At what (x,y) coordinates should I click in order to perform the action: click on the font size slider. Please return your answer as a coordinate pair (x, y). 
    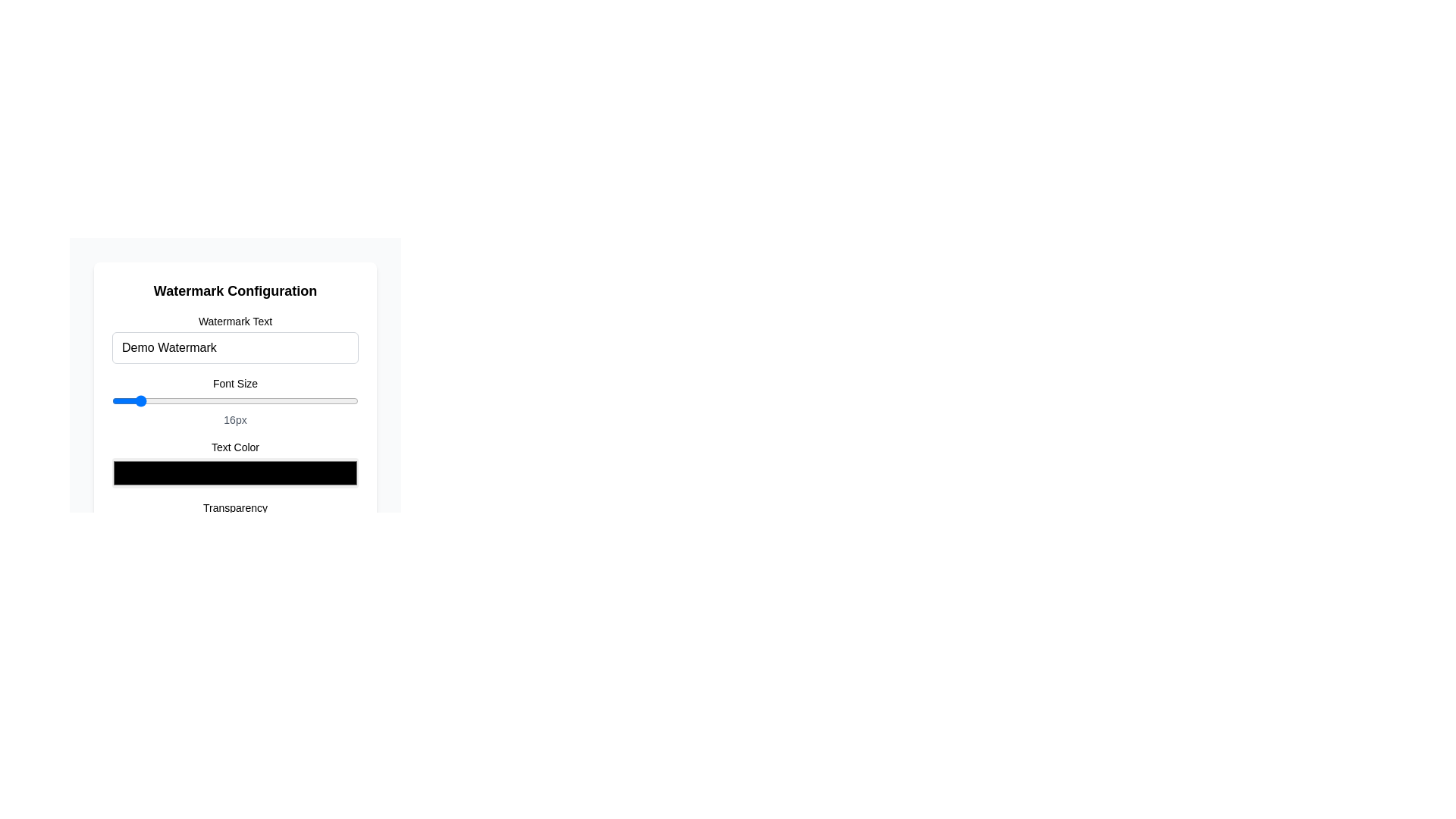
    Looking at the image, I should click on (159, 400).